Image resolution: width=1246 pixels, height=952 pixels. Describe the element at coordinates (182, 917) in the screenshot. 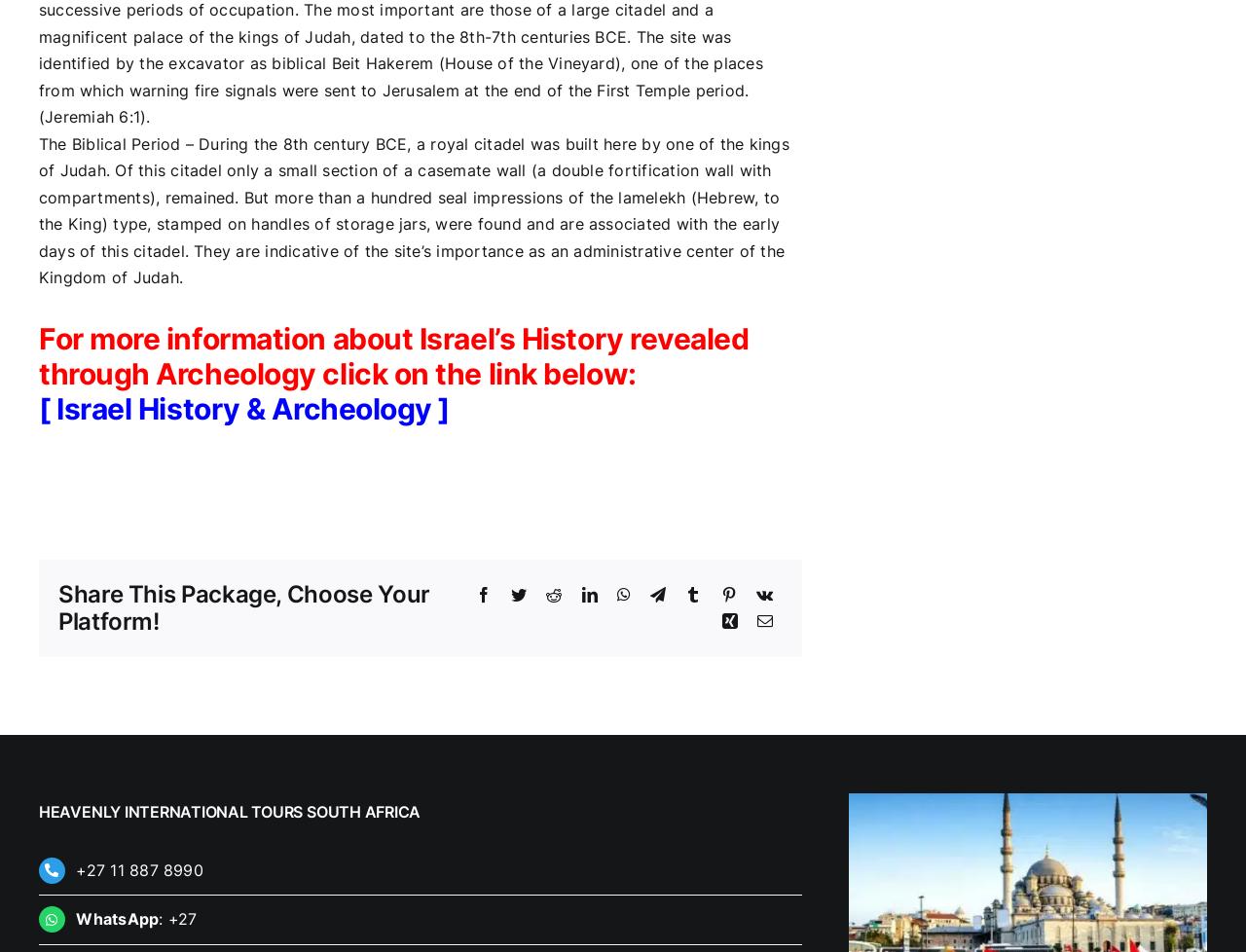

I see `'+27'` at that location.